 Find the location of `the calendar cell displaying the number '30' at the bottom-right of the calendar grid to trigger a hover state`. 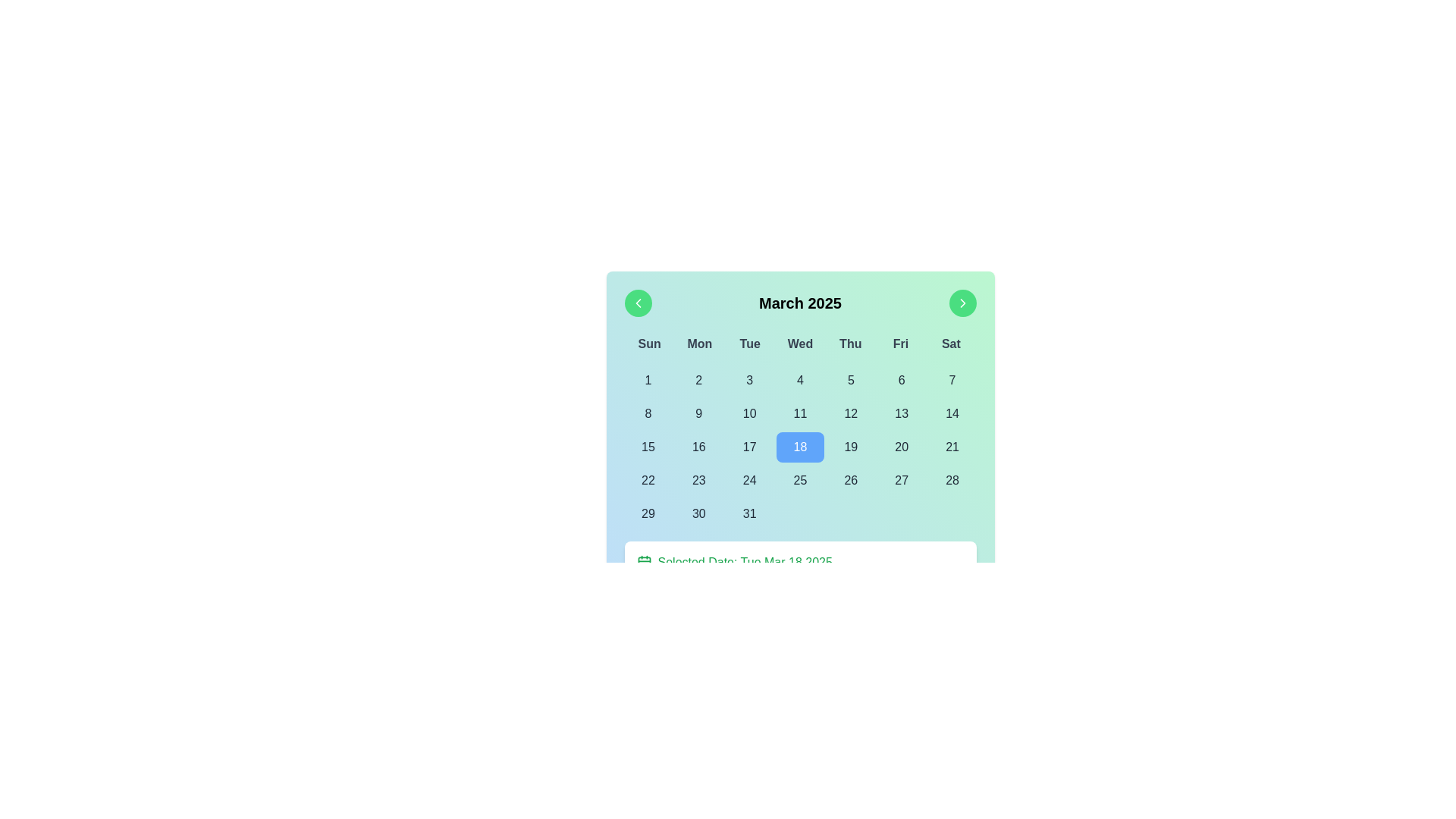

the calendar cell displaying the number '30' at the bottom-right of the calendar grid to trigger a hover state is located at coordinates (698, 513).